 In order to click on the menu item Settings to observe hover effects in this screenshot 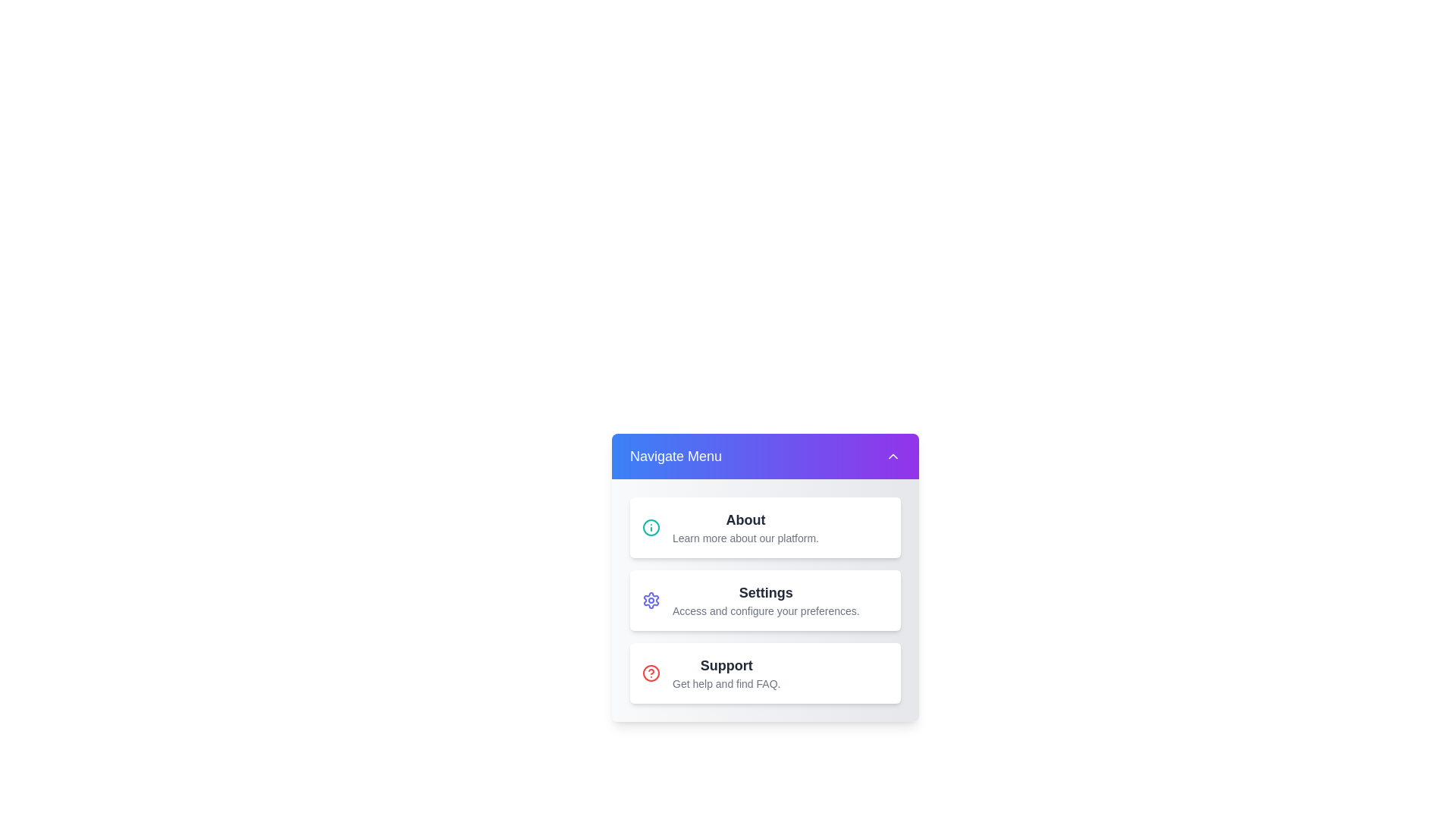, I will do `click(765, 599)`.